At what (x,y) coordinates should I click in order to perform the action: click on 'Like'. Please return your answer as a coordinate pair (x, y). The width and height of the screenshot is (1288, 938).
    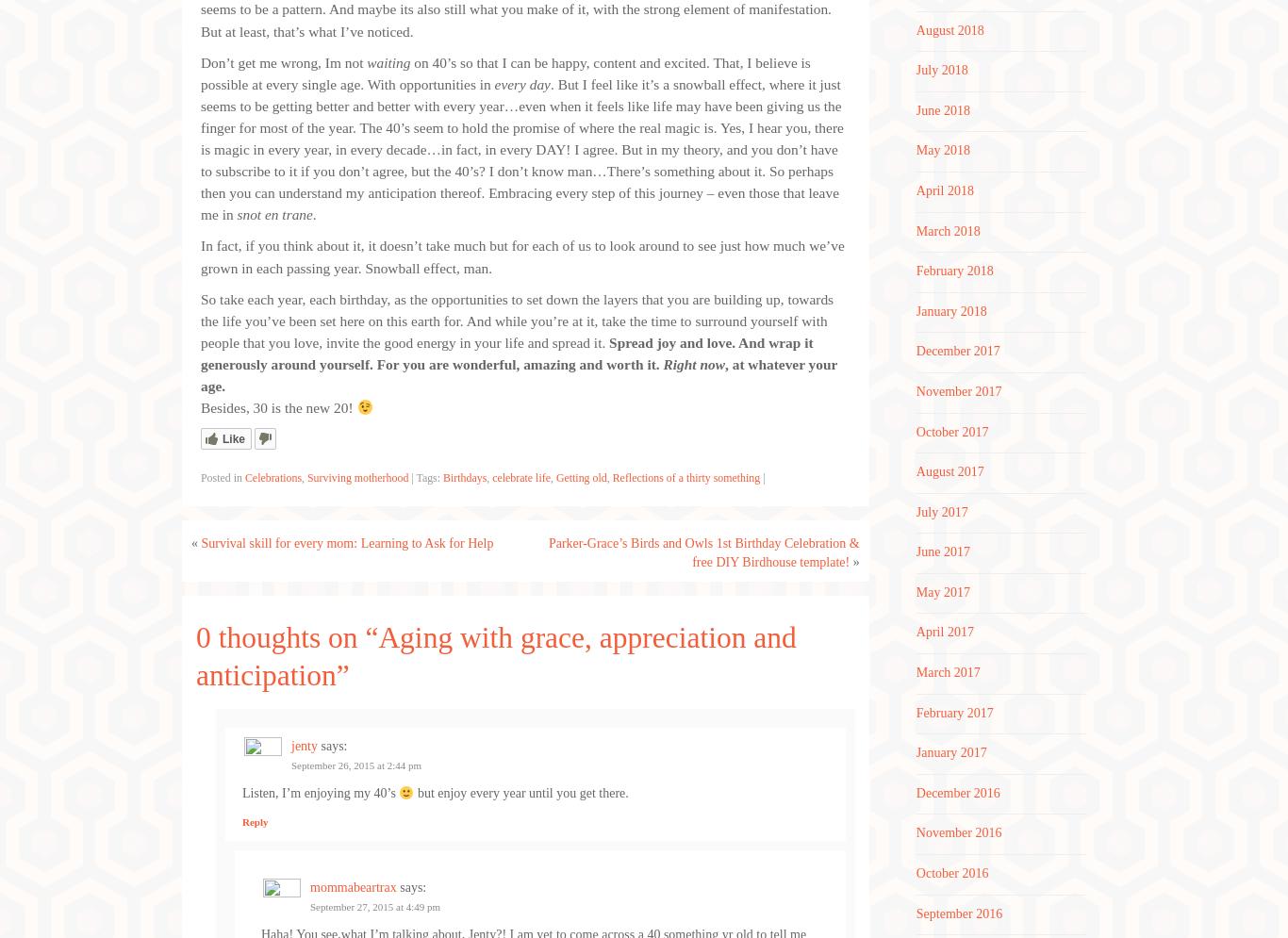
    Looking at the image, I should click on (234, 437).